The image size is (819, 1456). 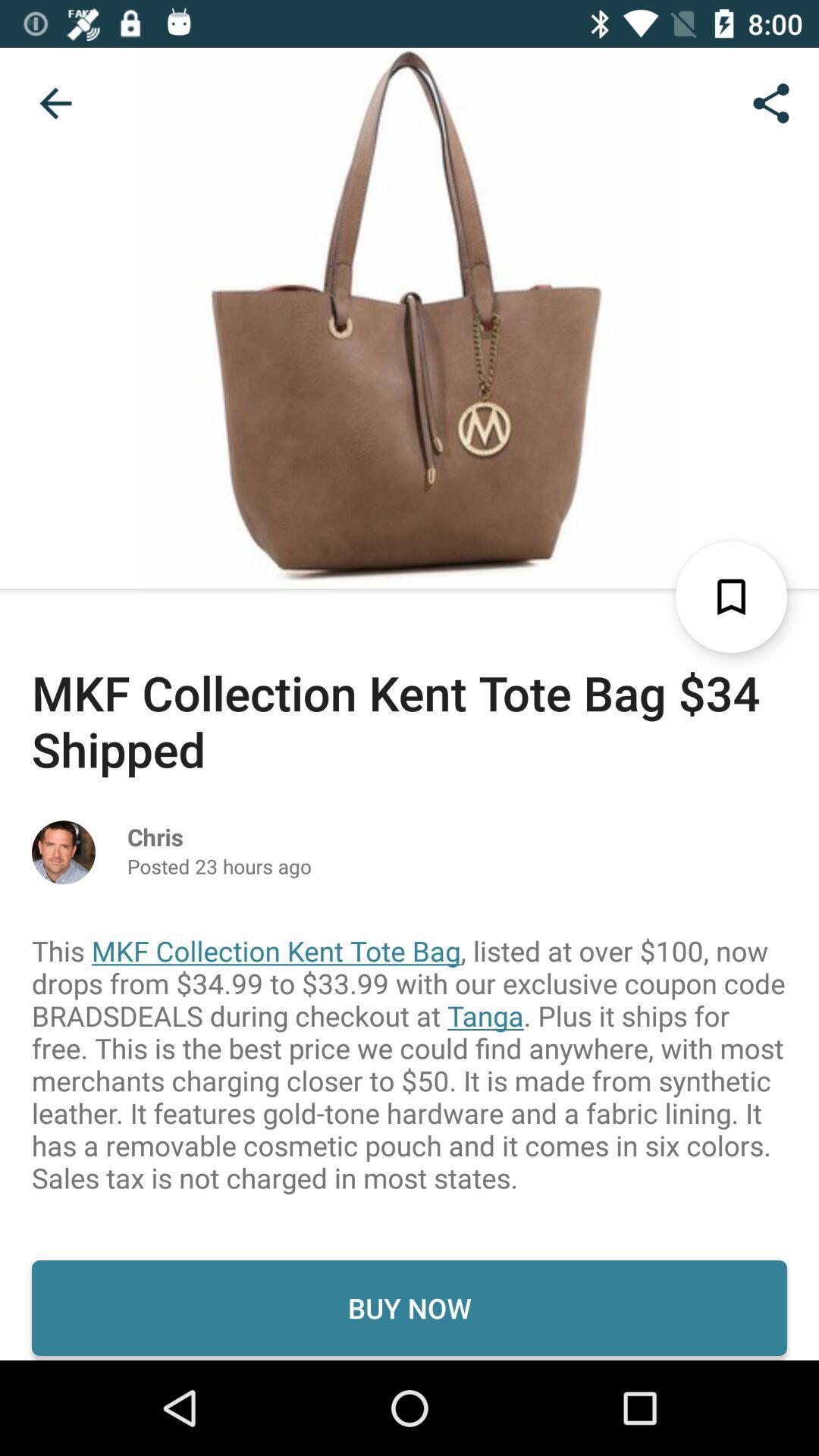 I want to click on icon above the mkf collection kent icon, so click(x=55, y=102).